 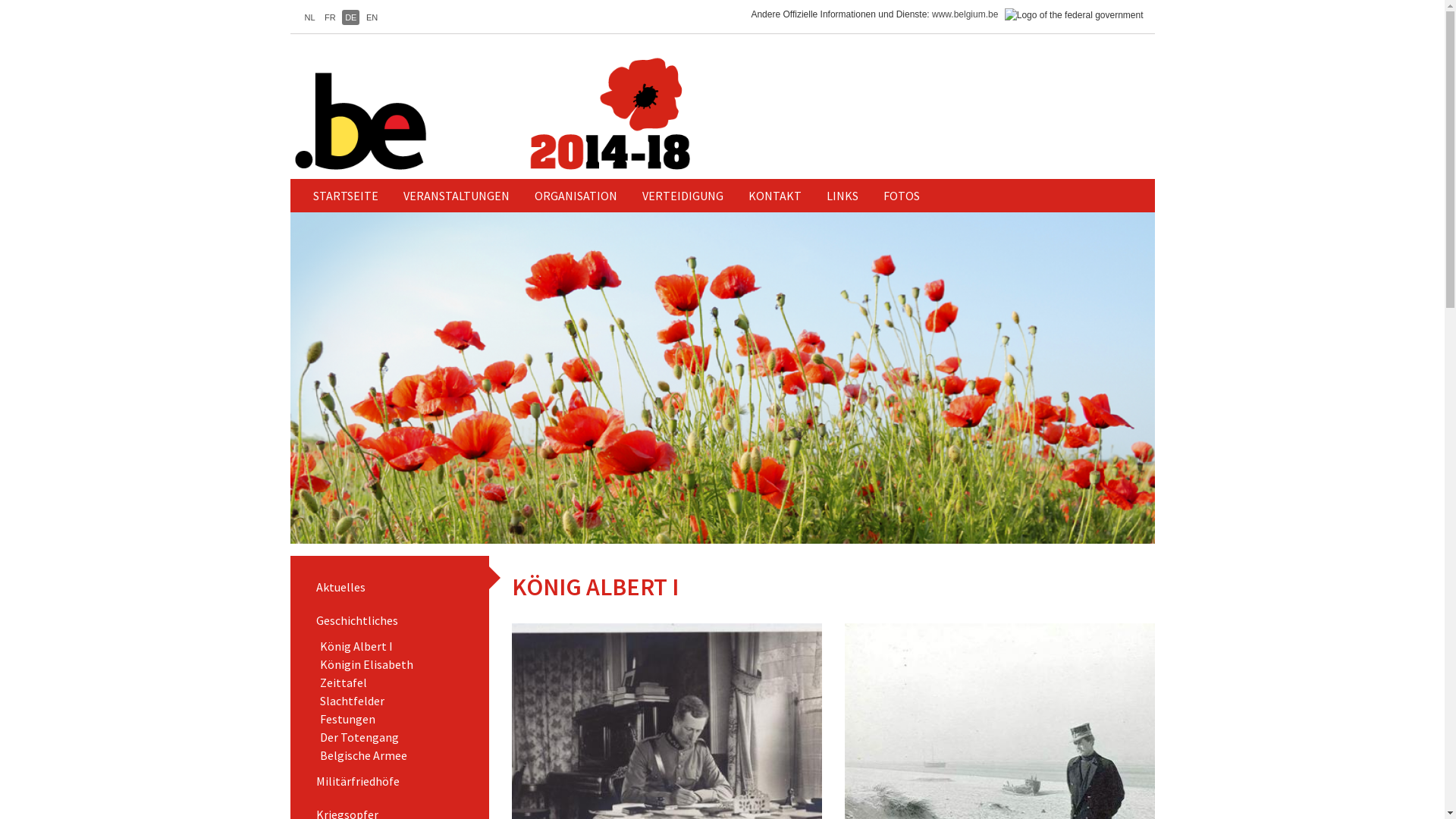 I want to click on 'Der Totengang', so click(x=359, y=736).